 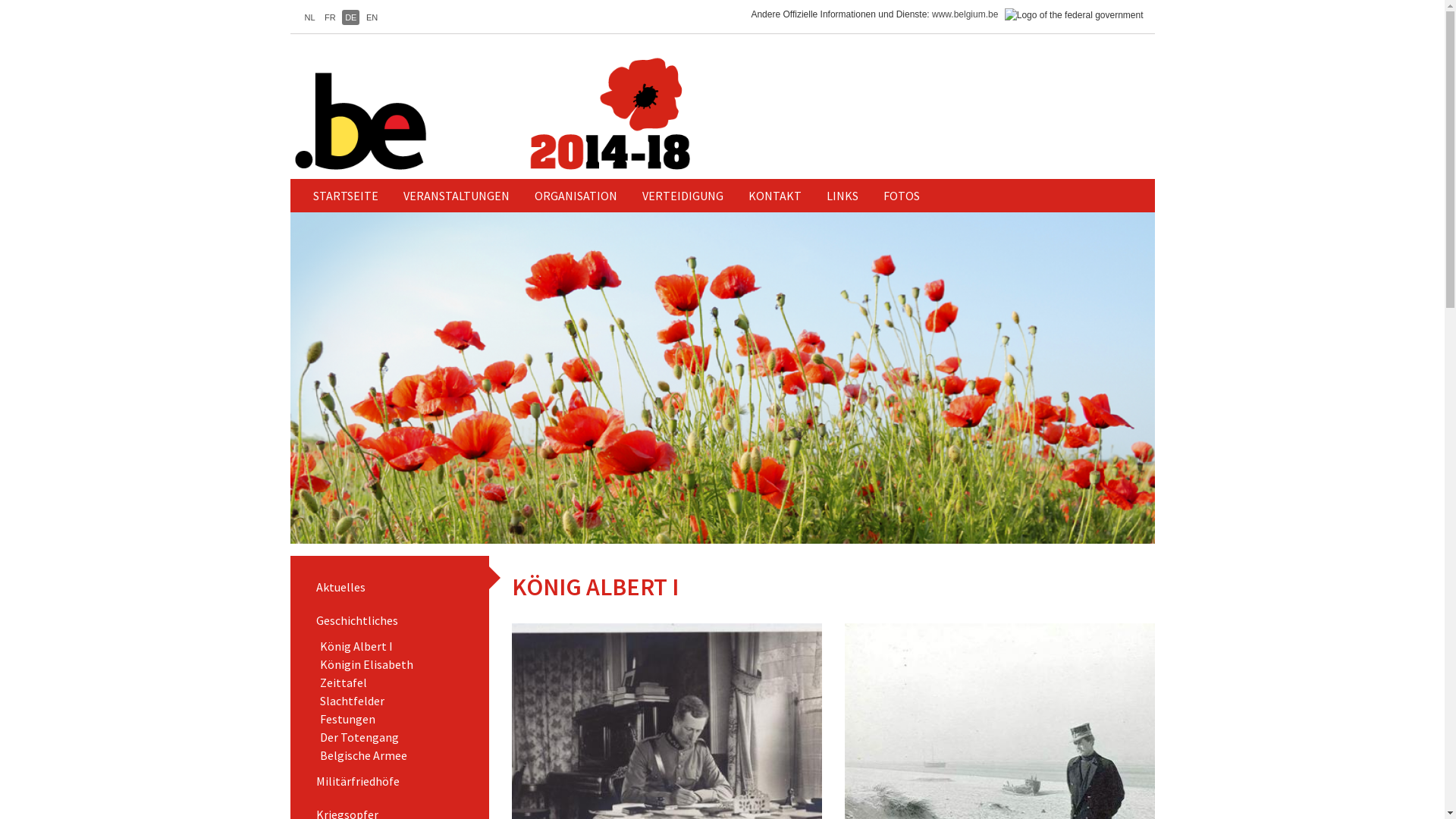 I want to click on 'Der Totengang', so click(x=359, y=736).